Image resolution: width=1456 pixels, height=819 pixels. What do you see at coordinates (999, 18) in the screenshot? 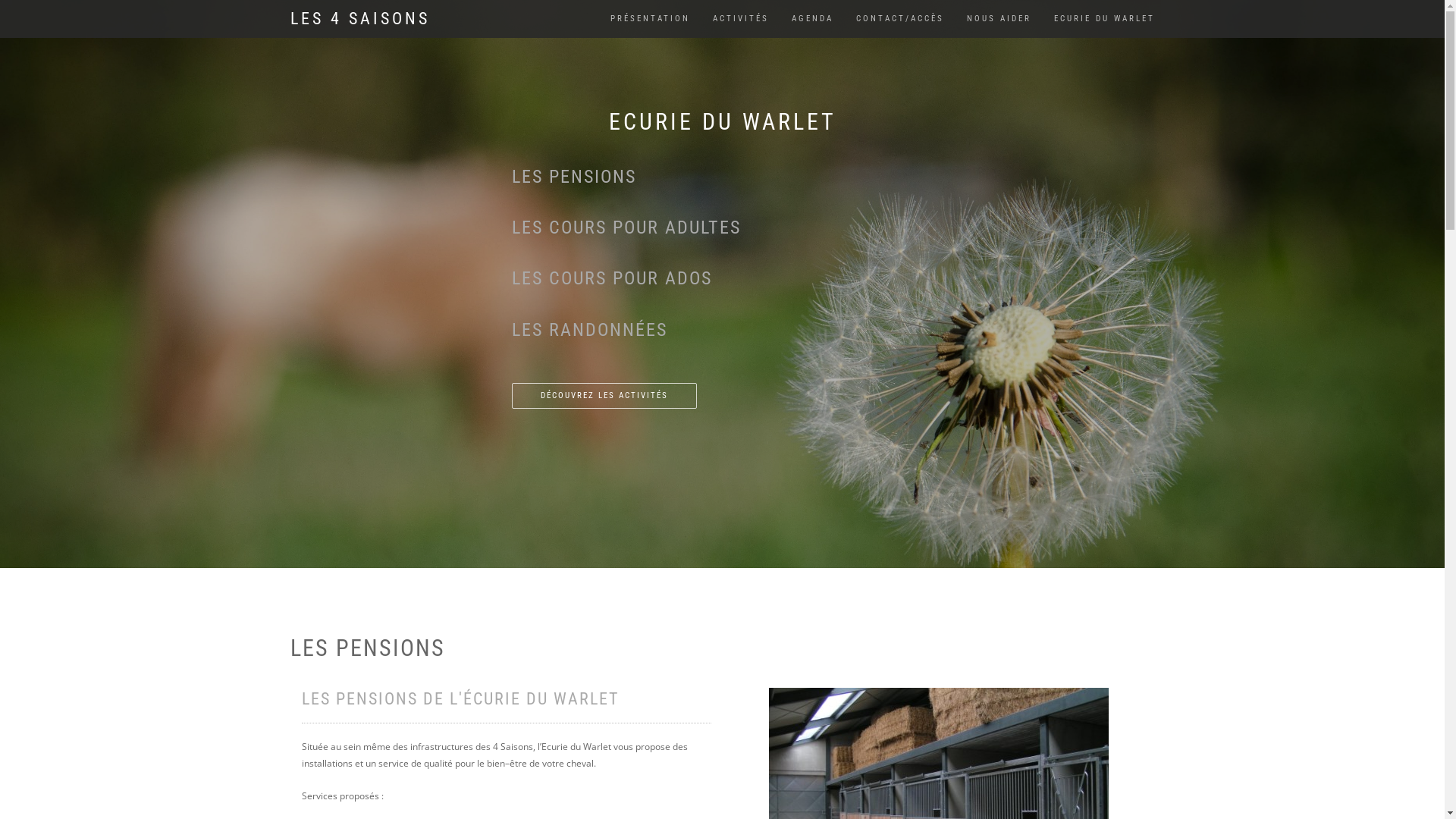
I see `'NOUS AIDER'` at bounding box center [999, 18].